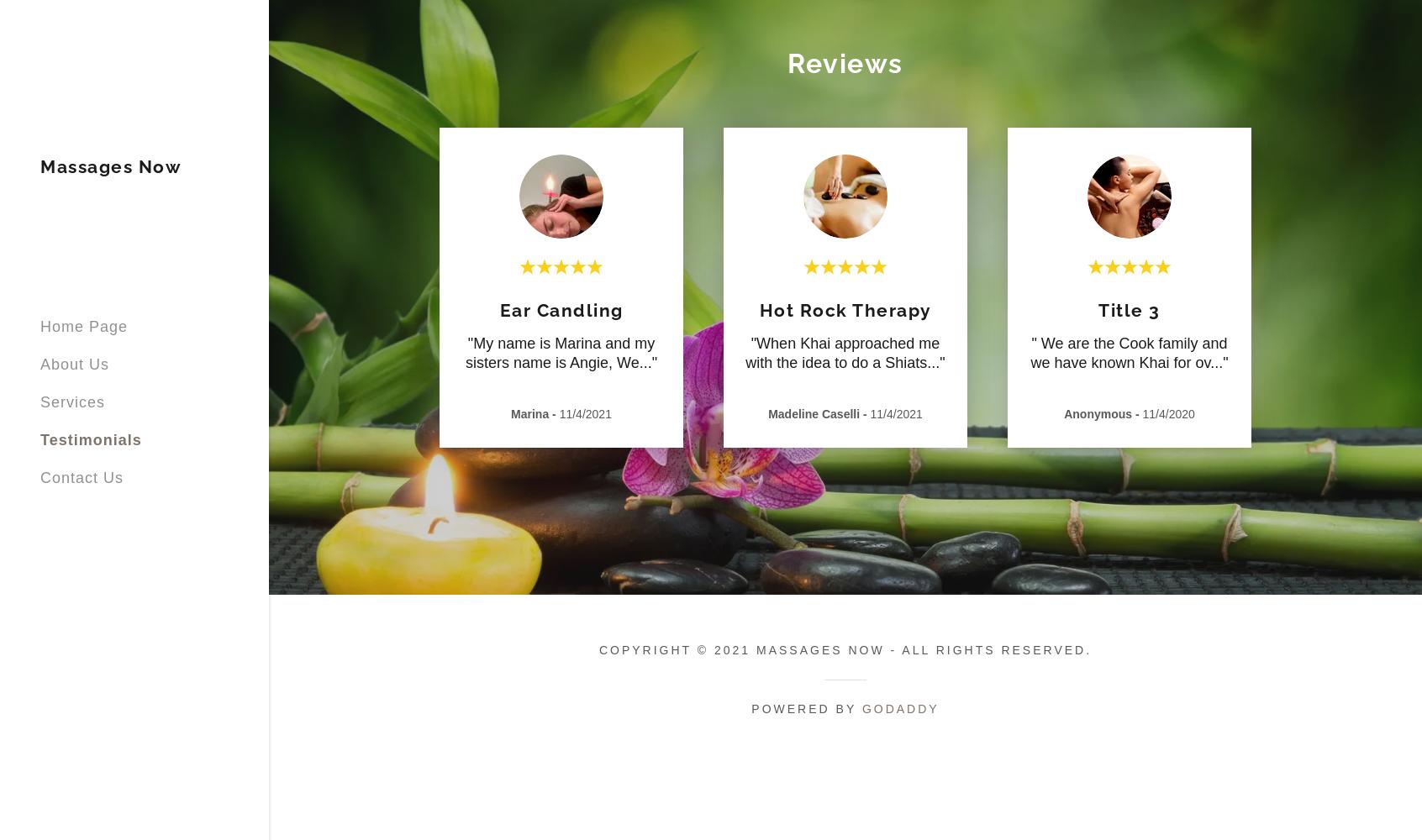 The height and width of the screenshot is (840, 1422). What do you see at coordinates (750, 344) in the screenshot?
I see `'"When Khai approached me'` at bounding box center [750, 344].